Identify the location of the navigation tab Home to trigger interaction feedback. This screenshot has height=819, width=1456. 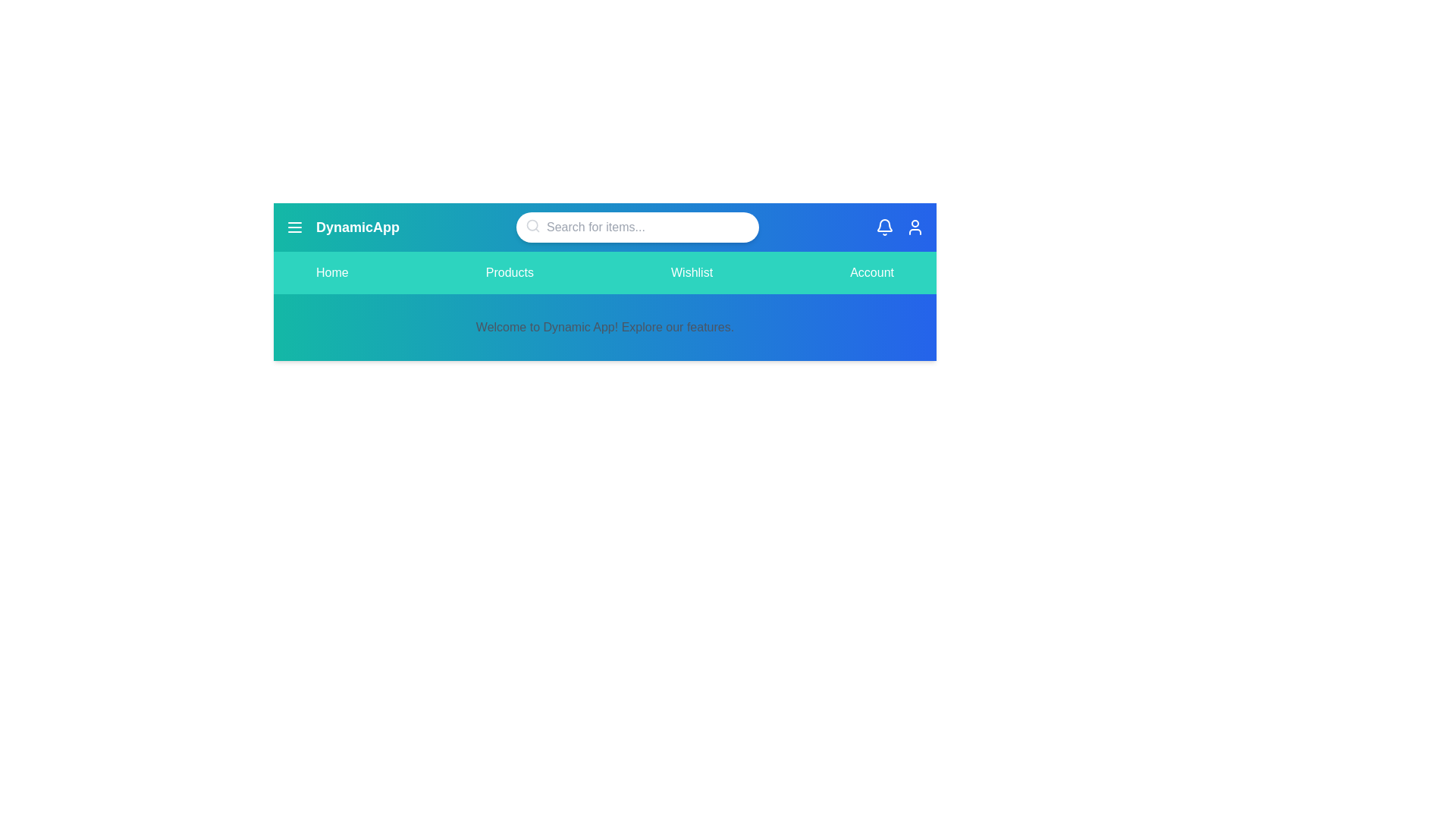
(331, 271).